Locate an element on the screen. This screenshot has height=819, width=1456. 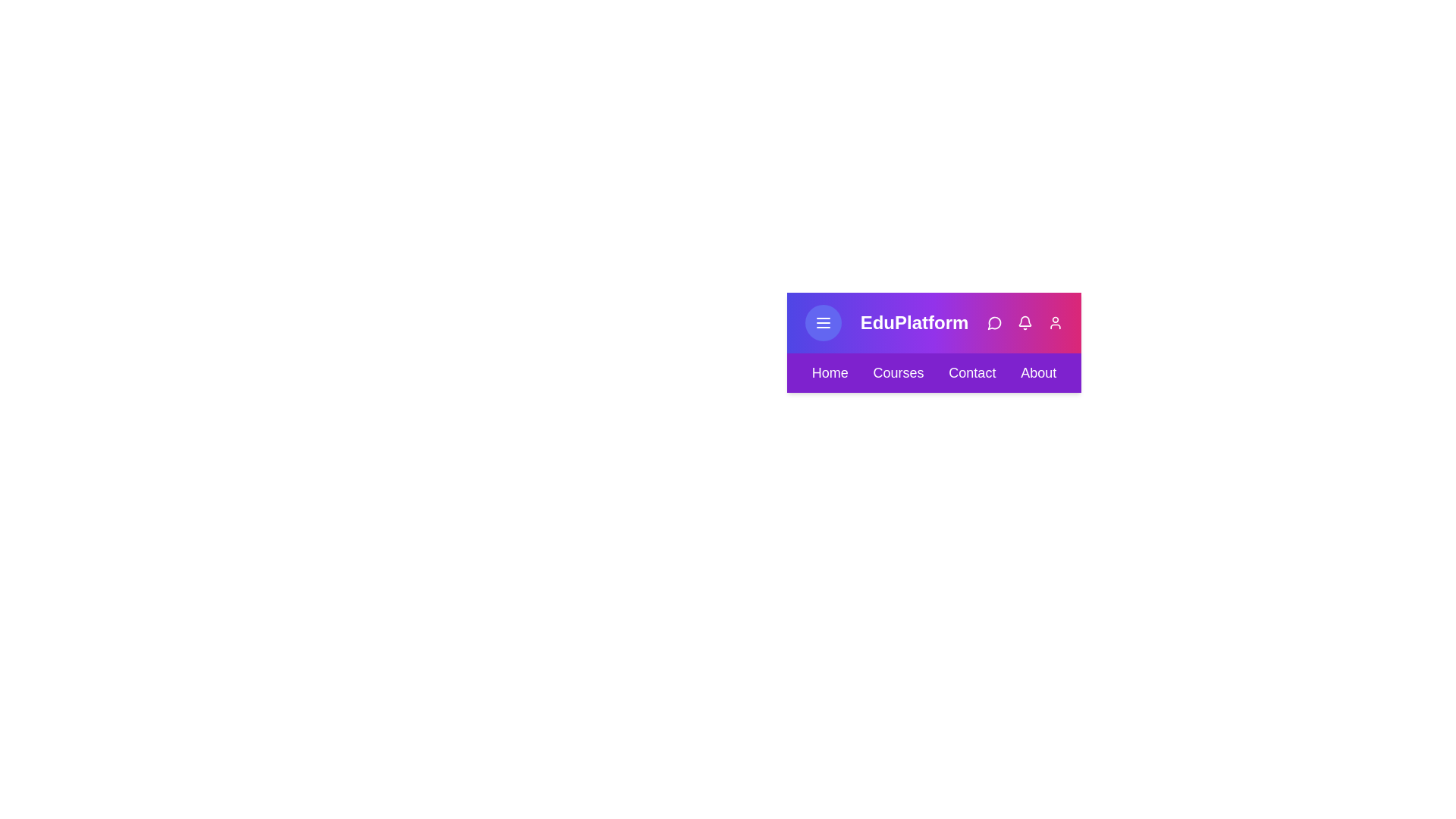
the message icon in the action bar is located at coordinates (994, 322).